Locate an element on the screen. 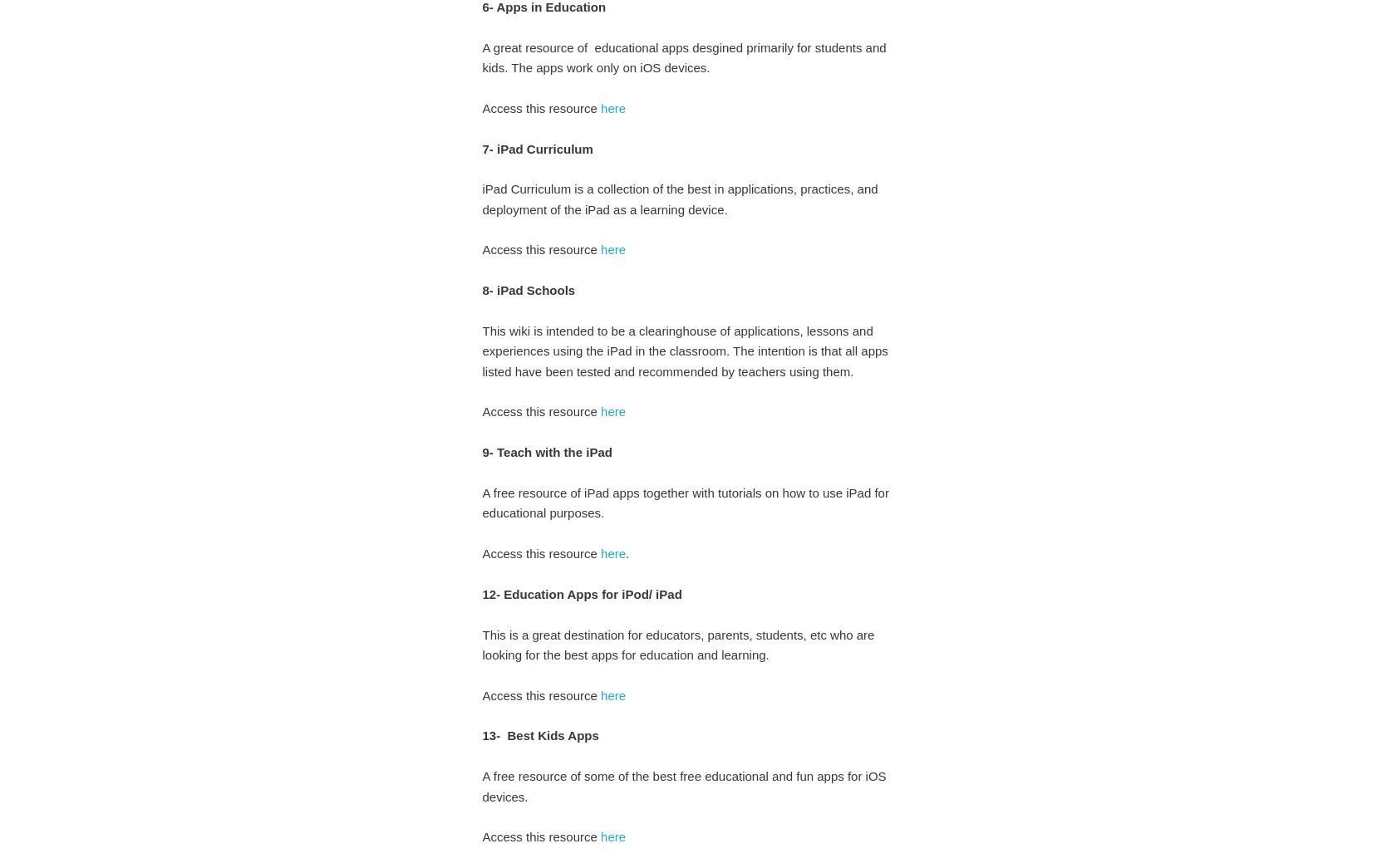 The width and height of the screenshot is (1377, 868). '12- Education Apps for iPod/ iPad' is located at coordinates (481, 592).